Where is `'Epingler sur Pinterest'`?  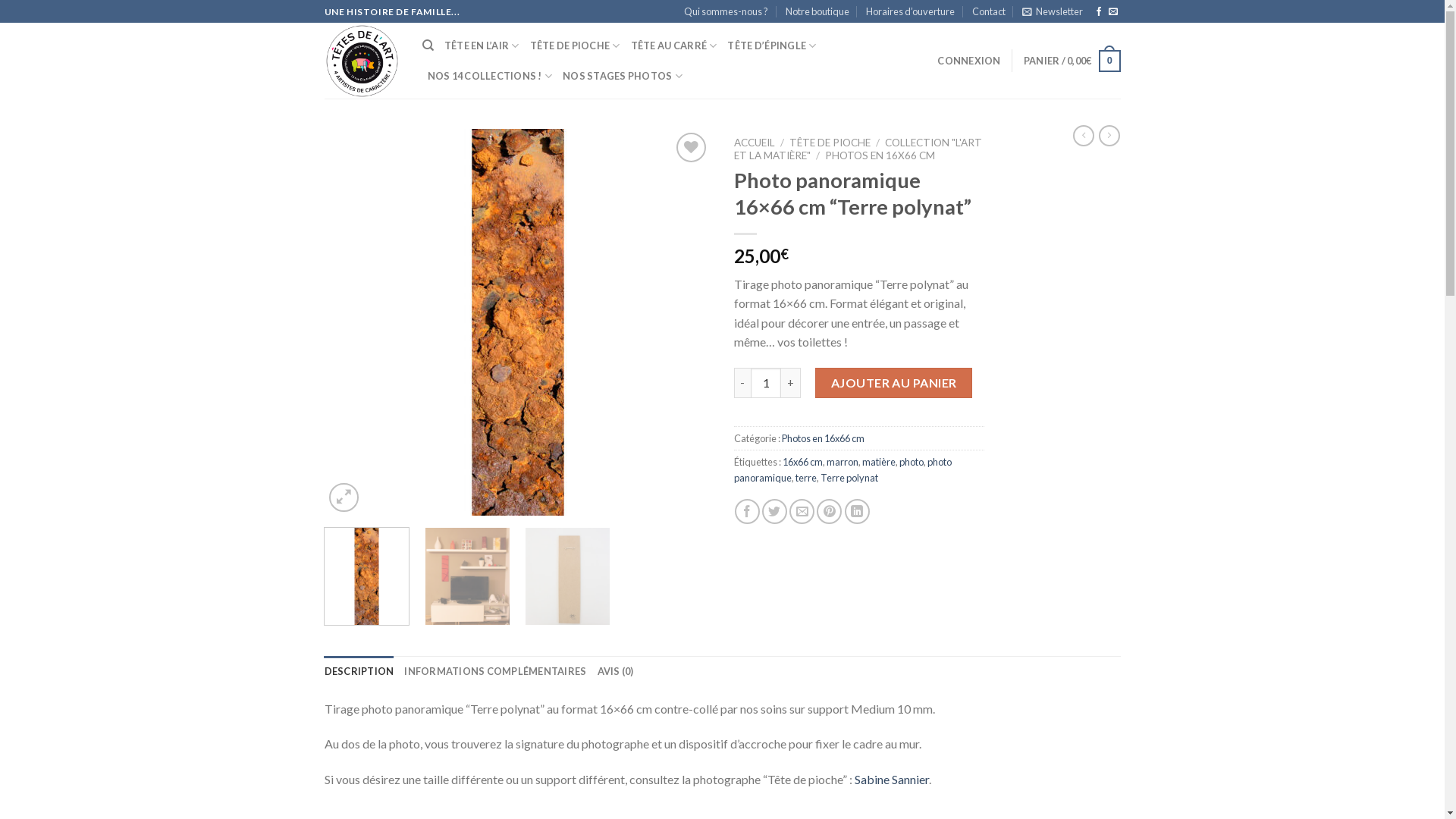
'Epingler sur Pinterest' is located at coordinates (815, 511).